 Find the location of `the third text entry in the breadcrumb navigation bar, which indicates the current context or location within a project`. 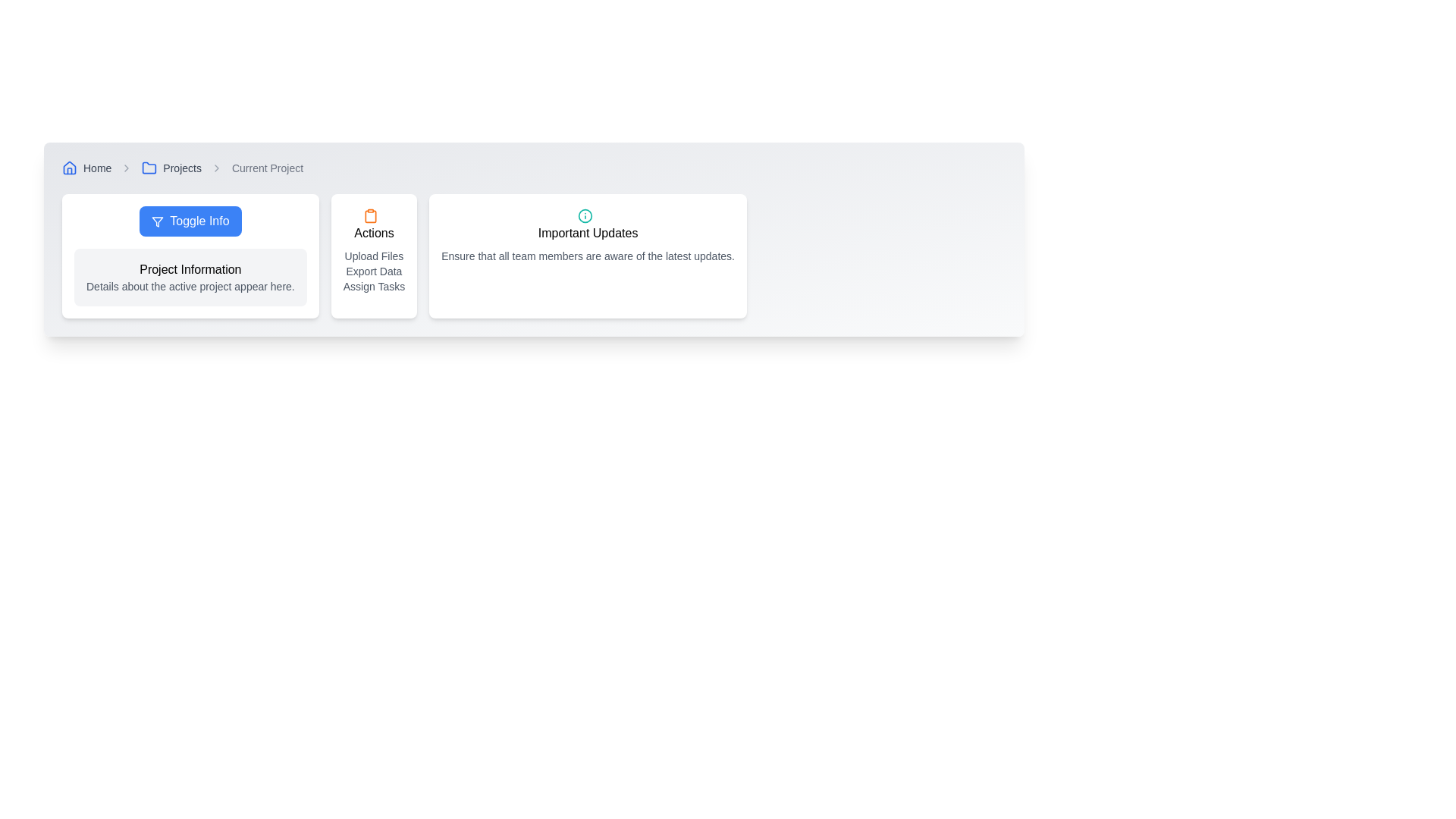

the third text entry in the breadcrumb navigation bar, which indicates the current context or location within a project is located at coordinates (268, 168).